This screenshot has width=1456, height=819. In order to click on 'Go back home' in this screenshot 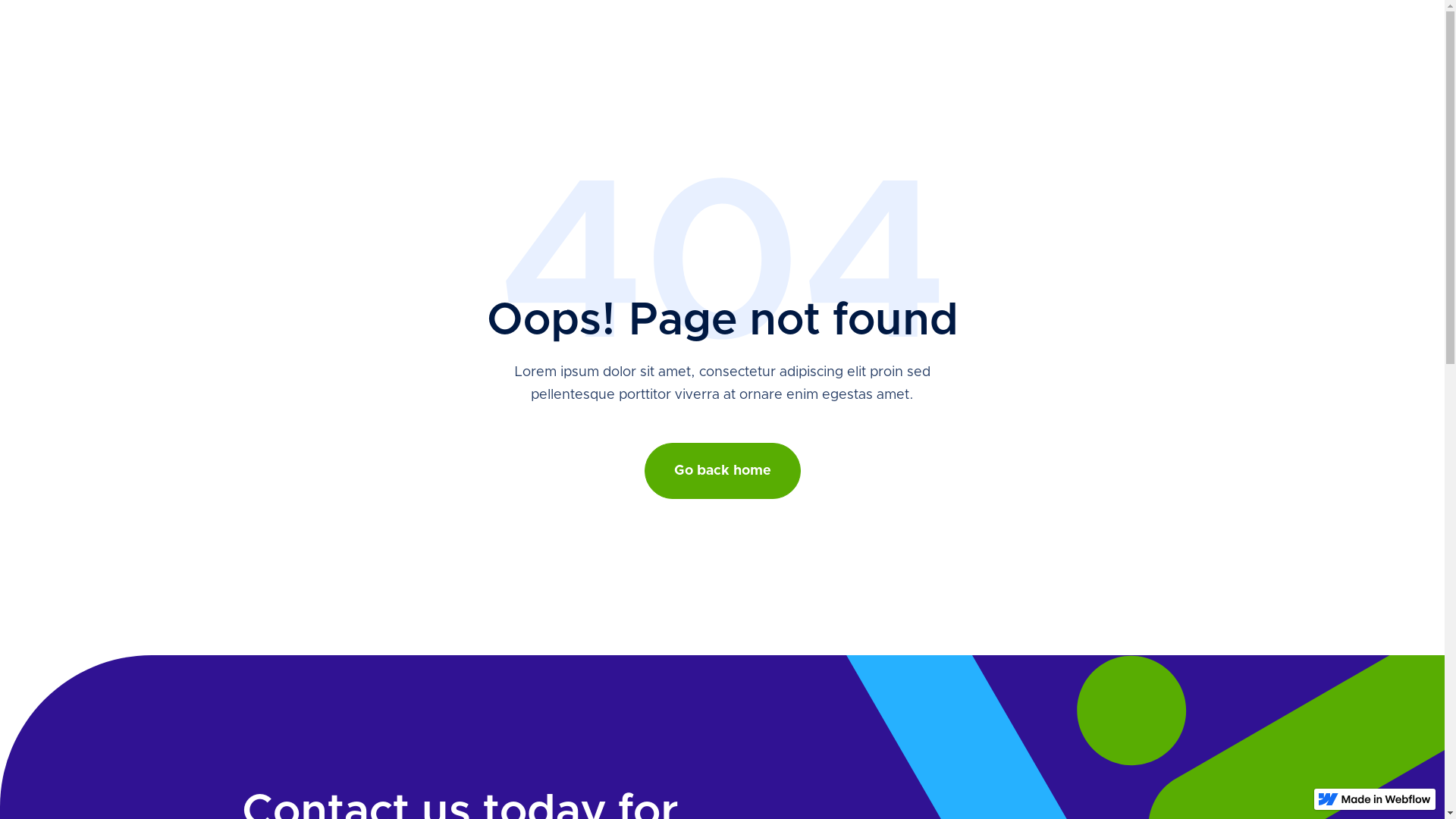, I will do `click(722, 470)`.